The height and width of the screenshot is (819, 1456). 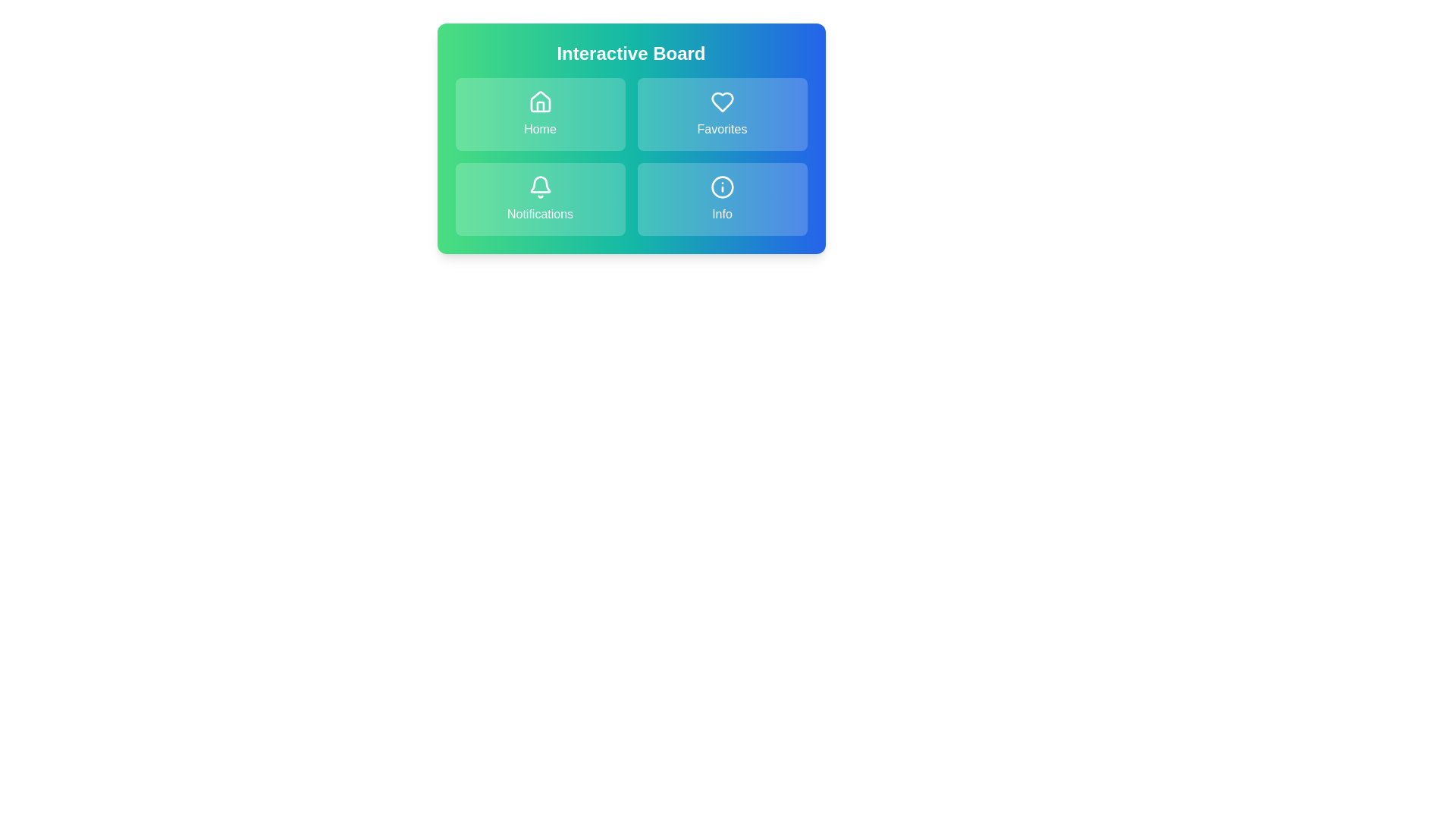 What do you see at coordinates (721, 128) in the screenshot?
I see `the 'Favorites' text label located in the second section on the top row of the grid layout, which is situated below a heart-themed icon` at bounding box center [721, 128].